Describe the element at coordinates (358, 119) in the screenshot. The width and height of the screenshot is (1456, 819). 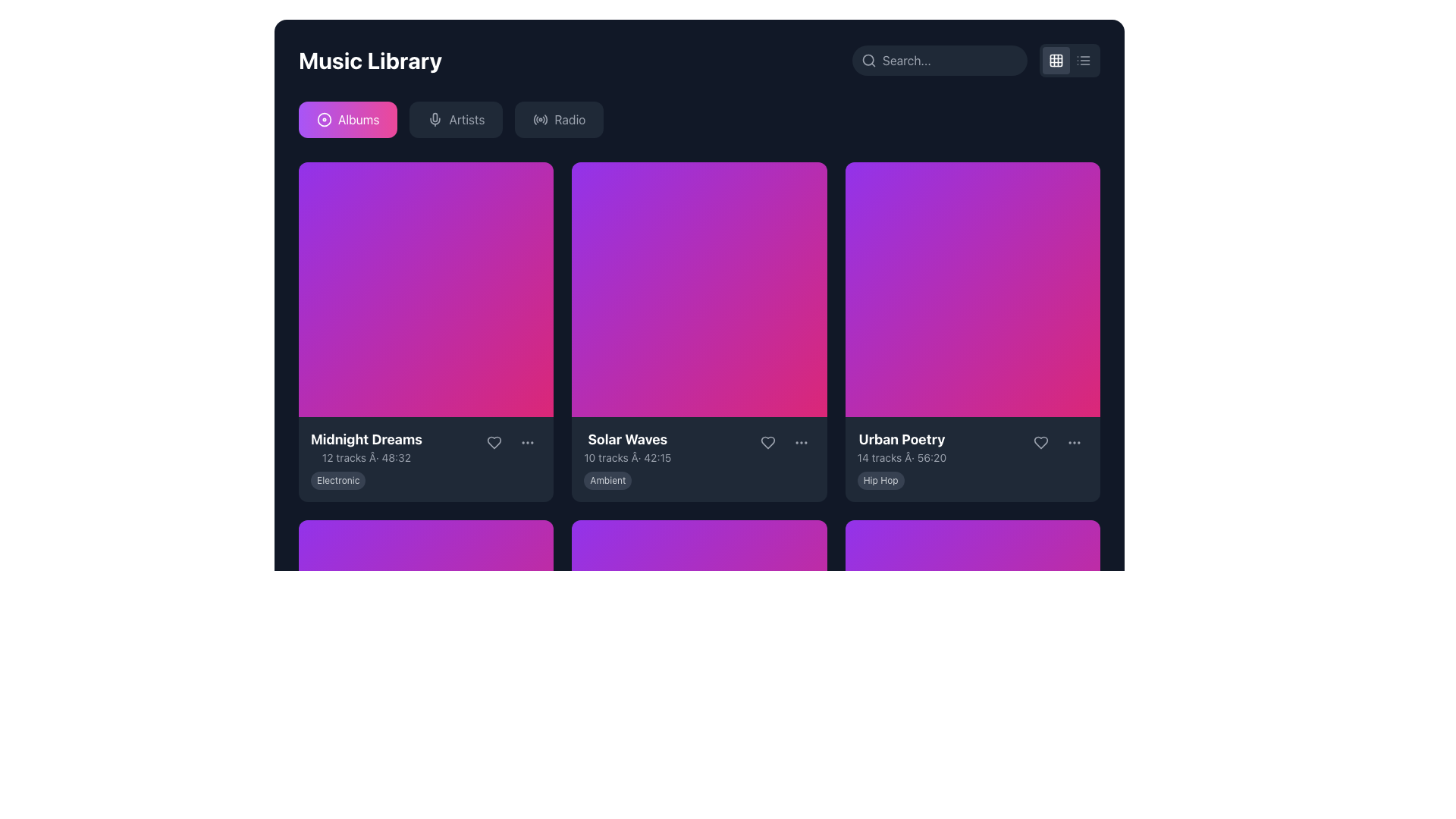
I see `the 'Albums' button, which displays the word 'Albums' in a white font within a gradient background button` at that location.